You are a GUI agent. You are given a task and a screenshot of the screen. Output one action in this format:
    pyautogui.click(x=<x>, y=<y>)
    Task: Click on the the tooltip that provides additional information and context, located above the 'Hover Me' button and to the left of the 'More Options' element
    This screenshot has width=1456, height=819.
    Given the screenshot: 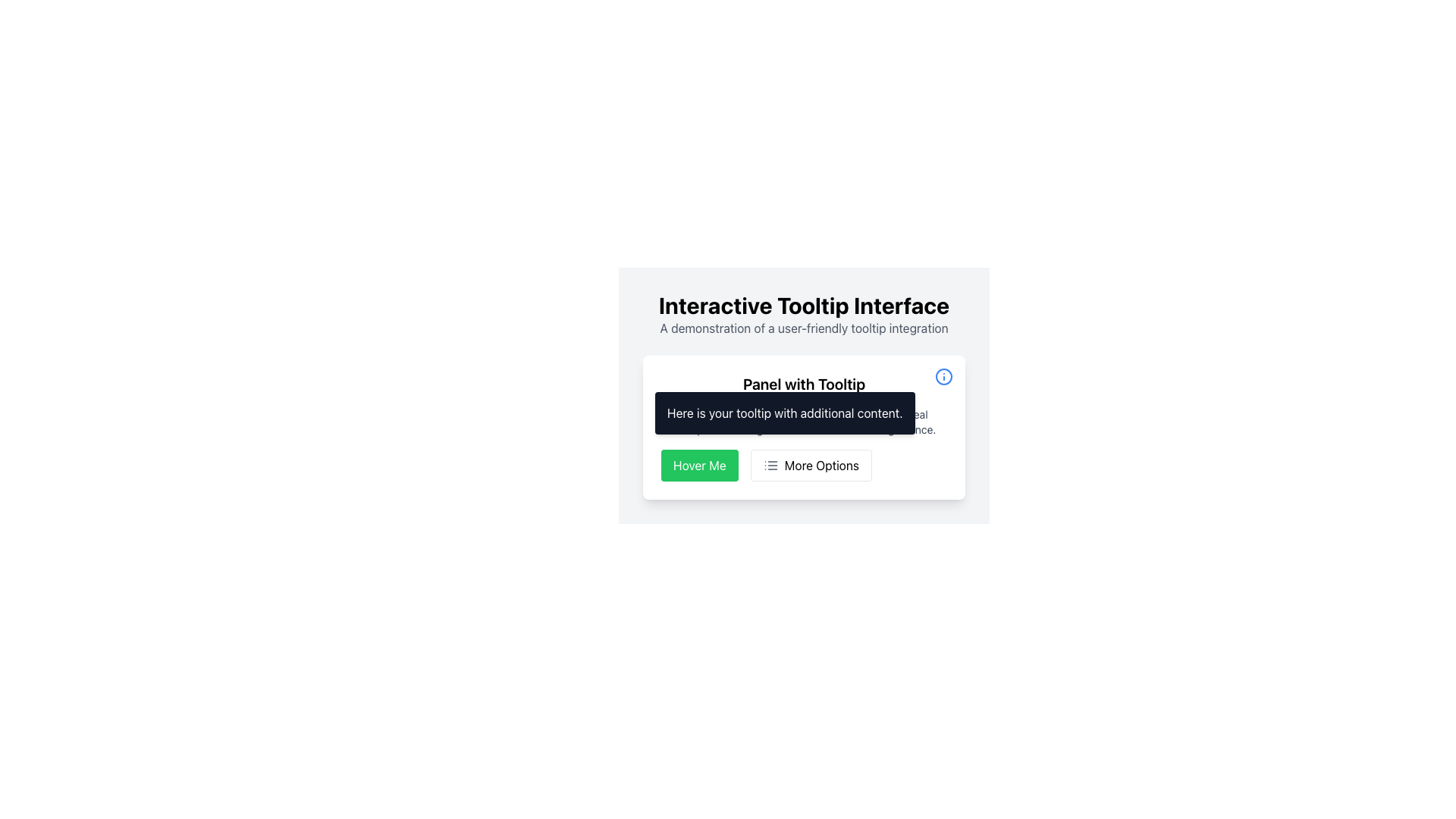 What is the action you would take?
    pyautogui.click(x=785, y=413)
    